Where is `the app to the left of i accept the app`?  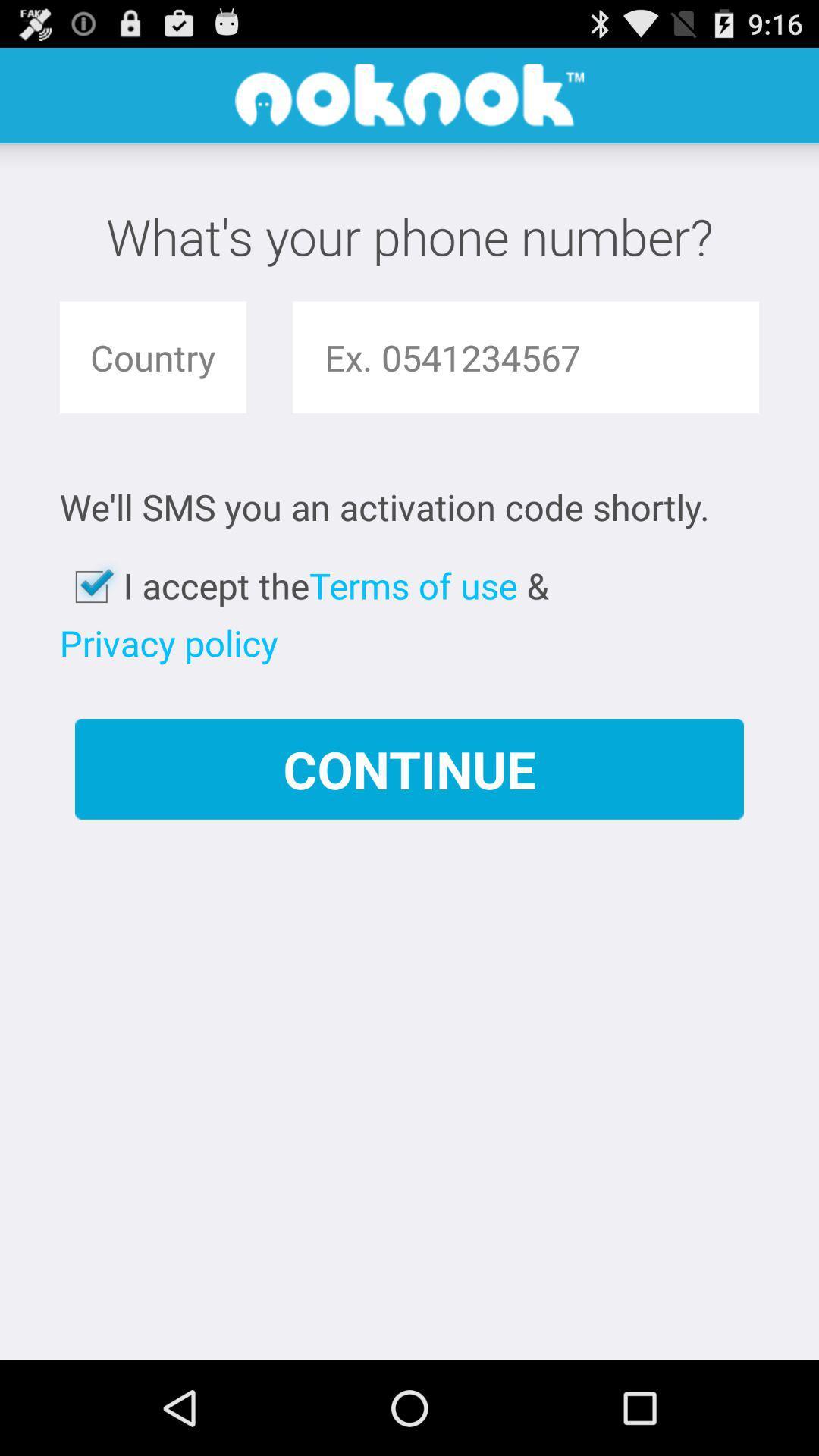
the app to the left of i accept the app is located at coordinates (91, 585).